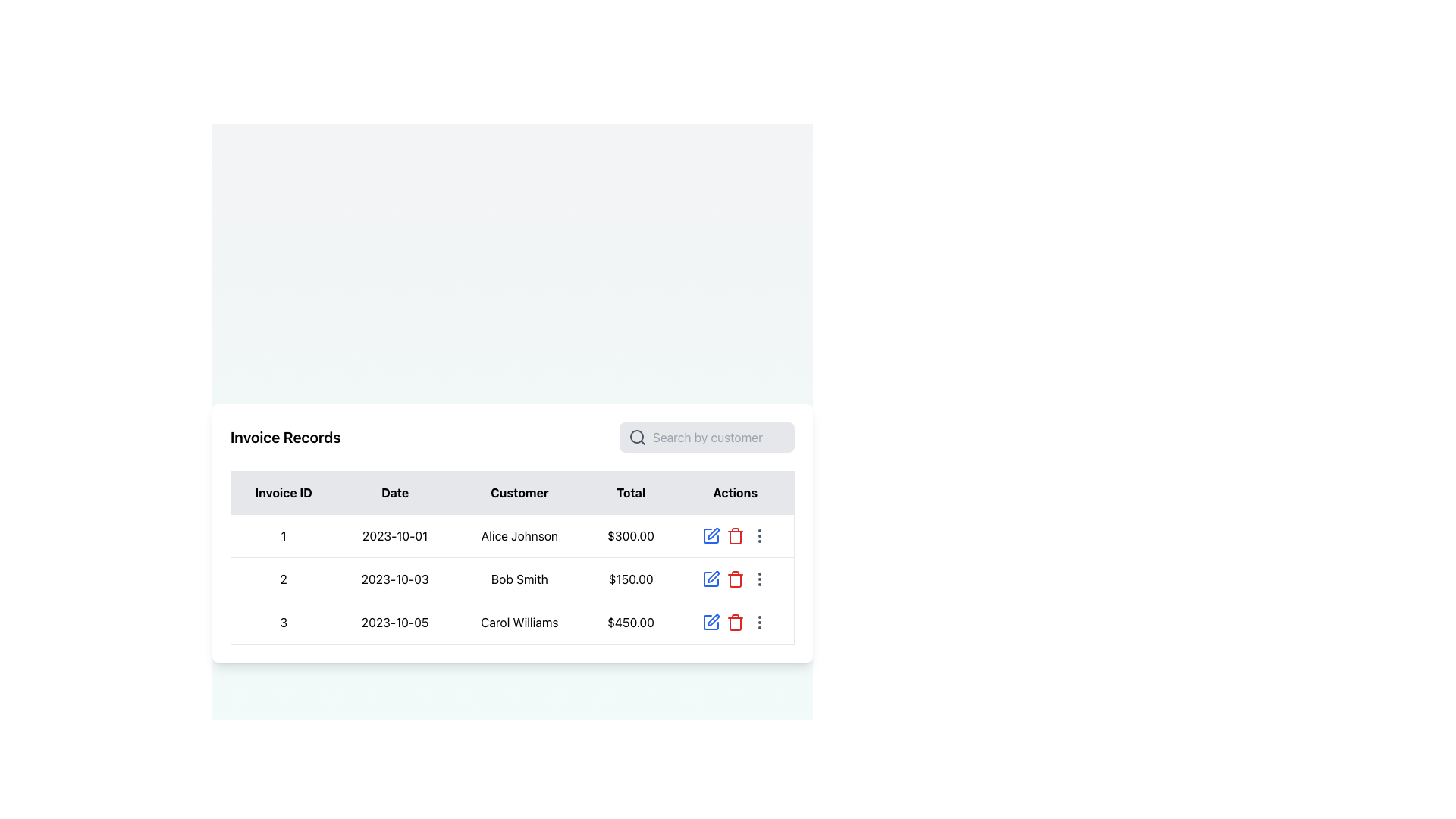 This screenshot has height=819, width=1456. Describe the element at coordinates (759, 535) in the screenshot. I see `the vertical ellipsis icon button located in the 'Actions' column of the 'Invoice Records' section to activate the scaling effect` at that location.